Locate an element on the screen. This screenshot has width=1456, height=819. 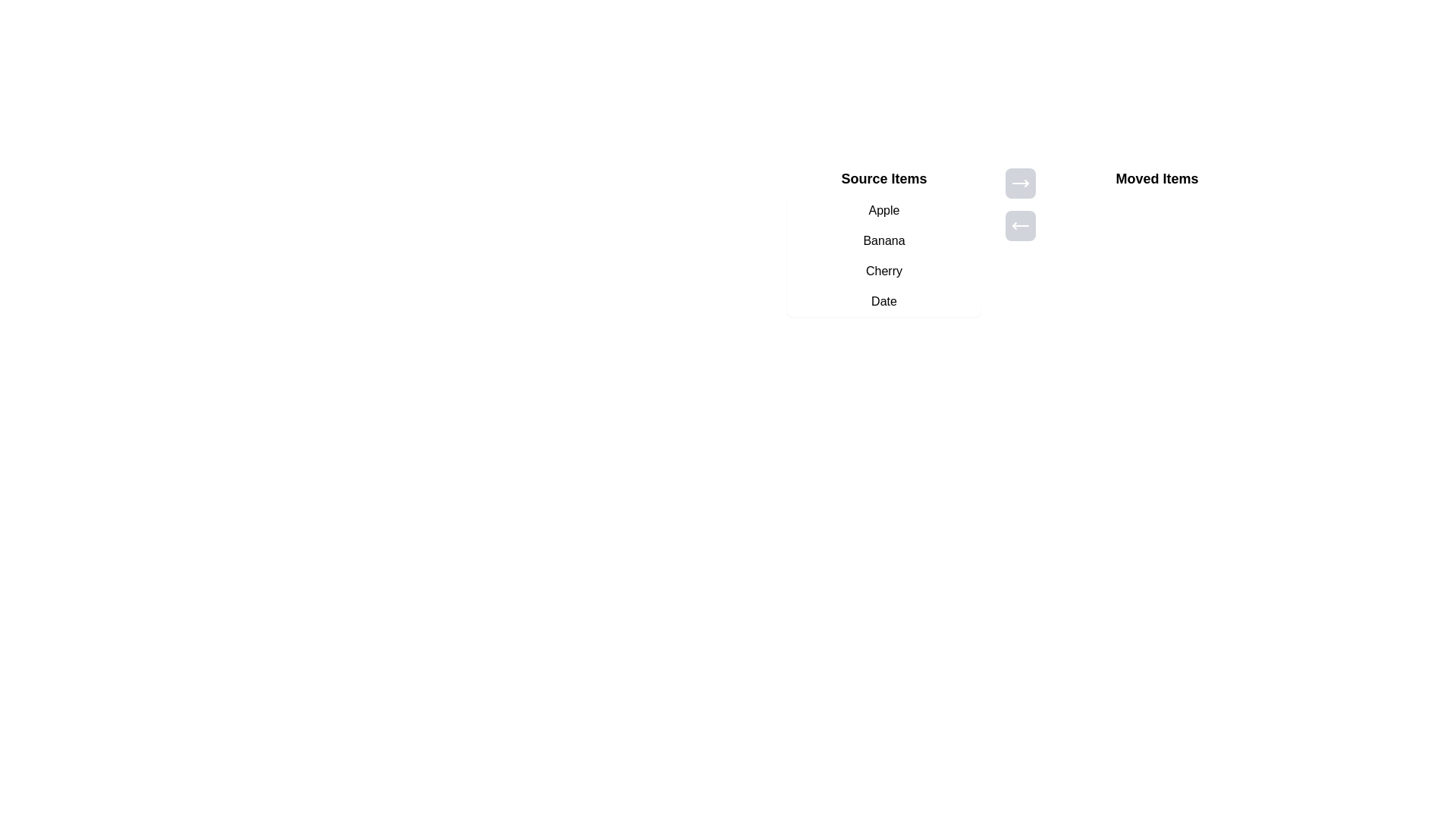
the rightward-pointing arrow icon located within the button to initiate a move action for selecting items from the 'Source Items' list is located at coordinates (1020, 183).